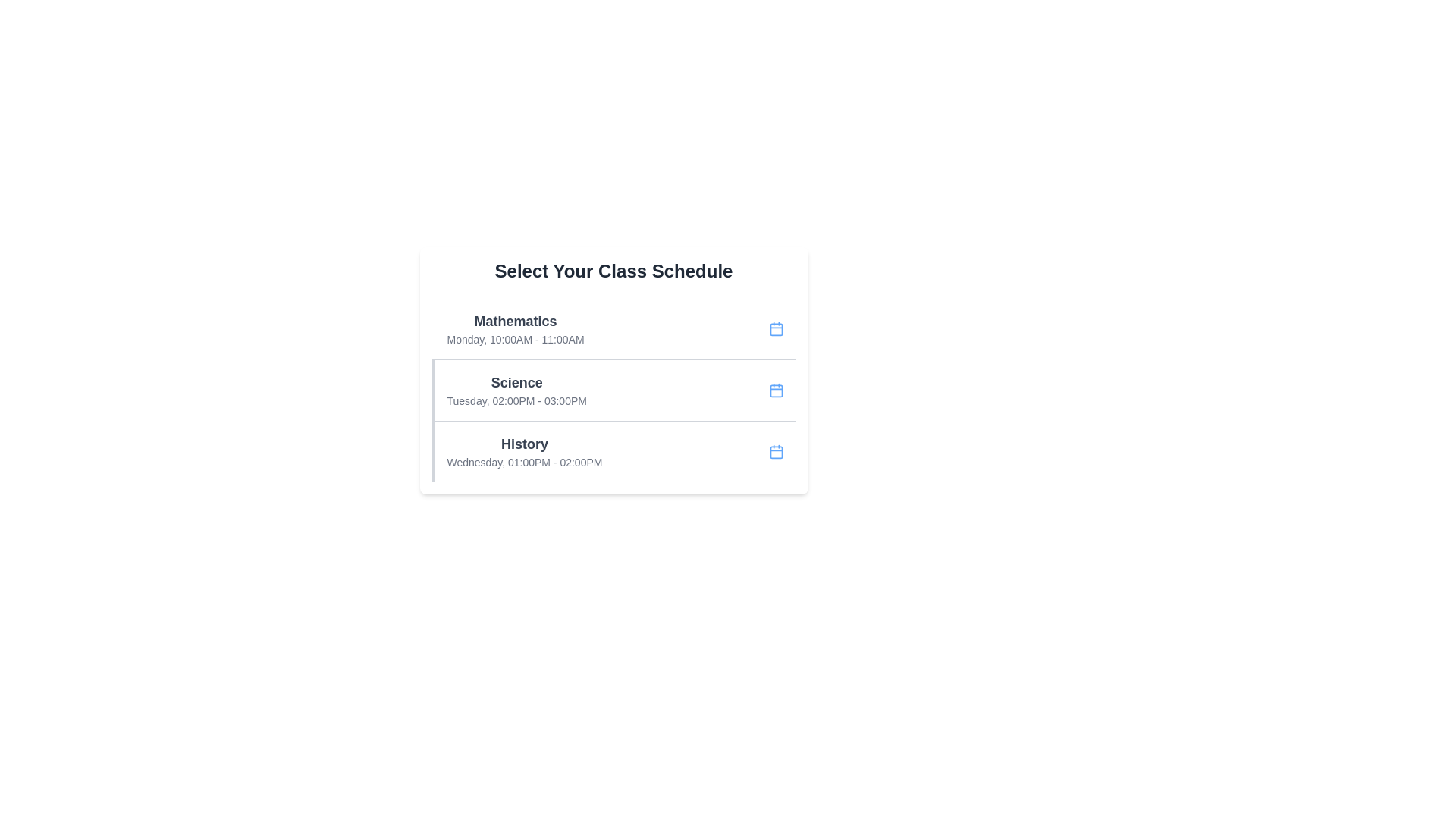 The width and height of the screenshot is (1456, 819). What do you see at coordinates (776, 451) in the screenshot?
I see `the calendar icon representing the 'History' schedule, located at the far-right end of the schedule row adjacent to the text 'Wednesday, 01:00PM - 02:00PM'` at bounding box center [776, 451].